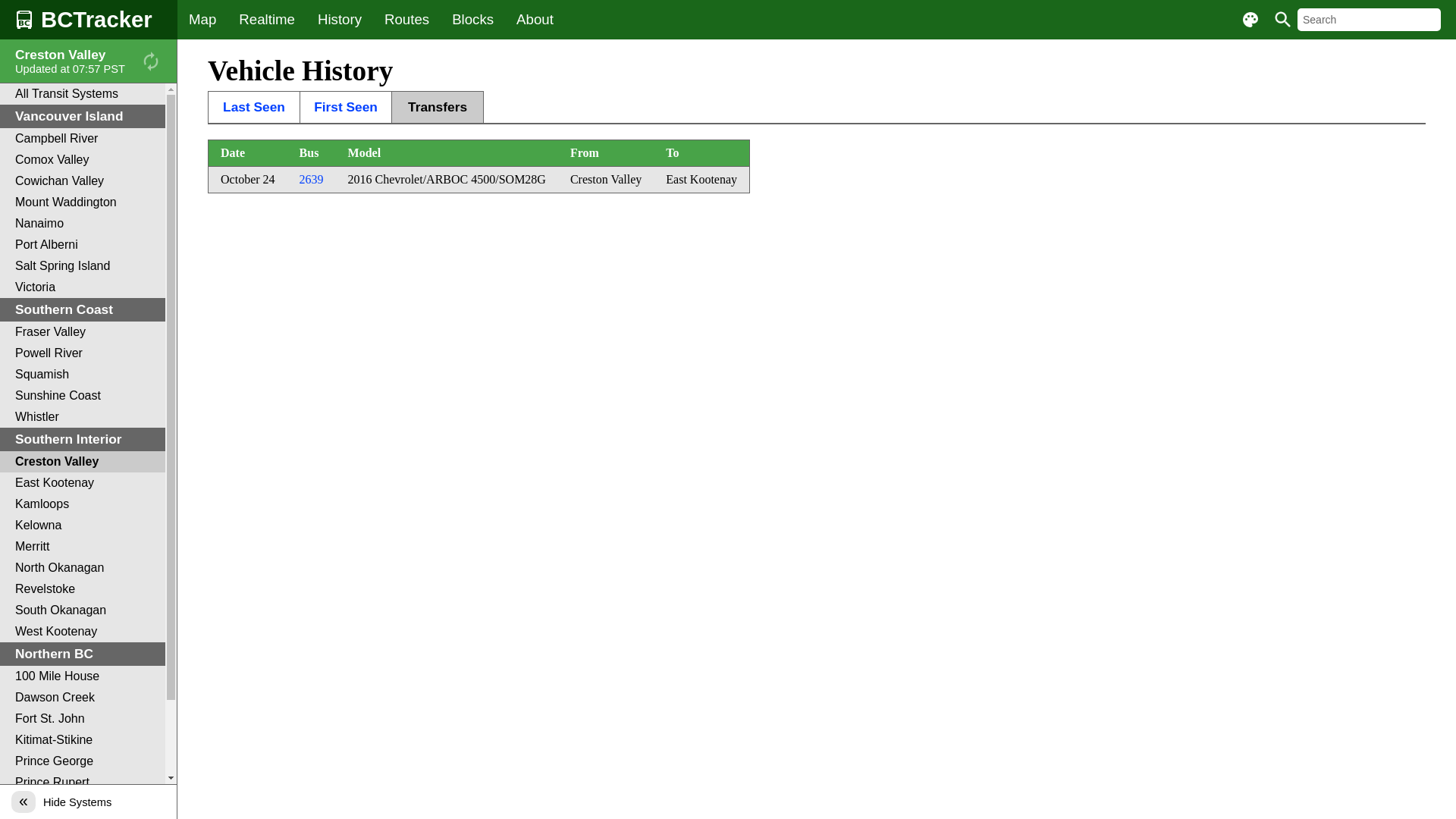  Describe the element at coordinates (82, 632) in the screenshot. I see `'West Kootenay'` at that location.